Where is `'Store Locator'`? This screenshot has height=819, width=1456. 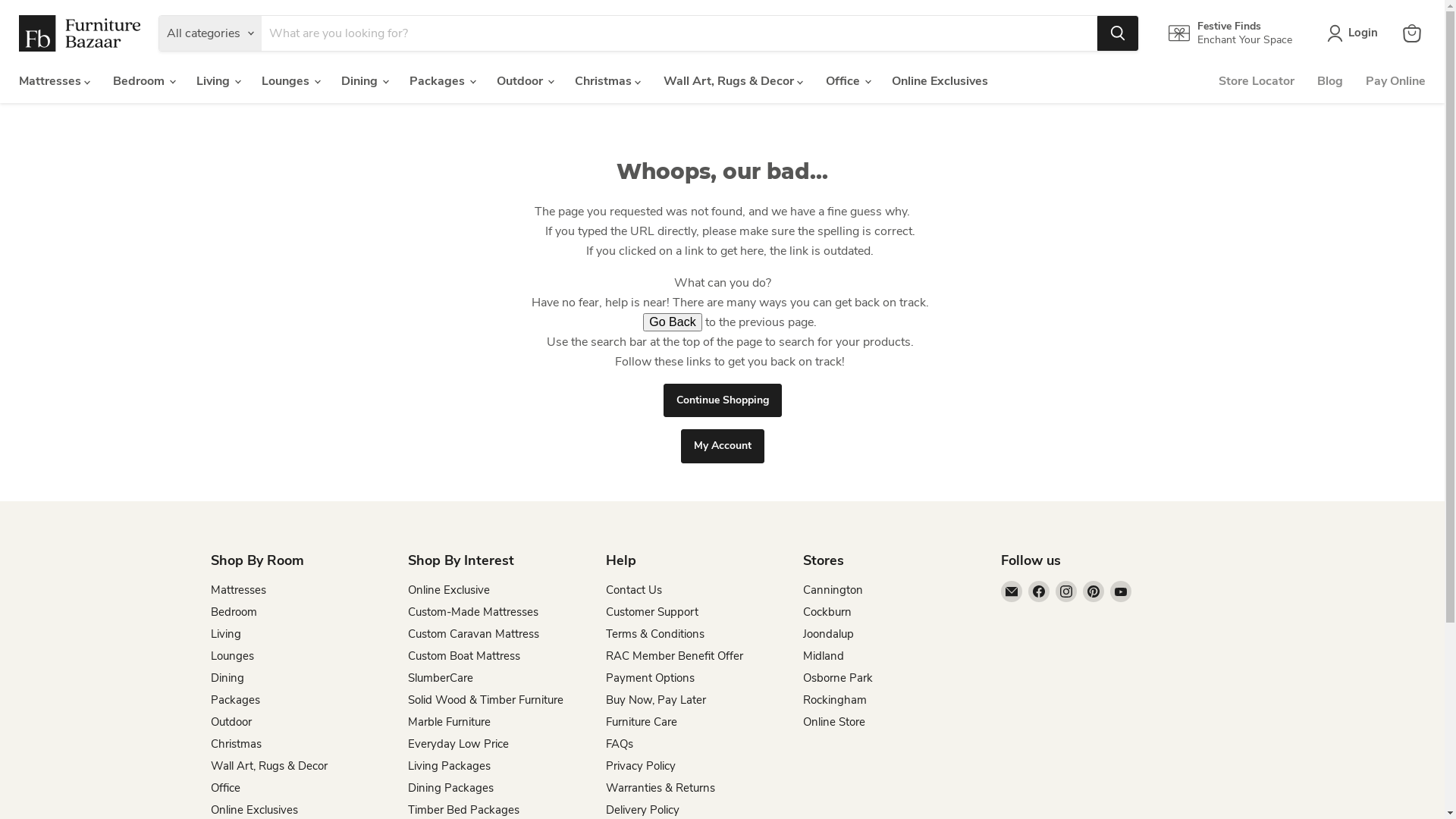 'Store Locator' is located at coordinates (1256, 81).